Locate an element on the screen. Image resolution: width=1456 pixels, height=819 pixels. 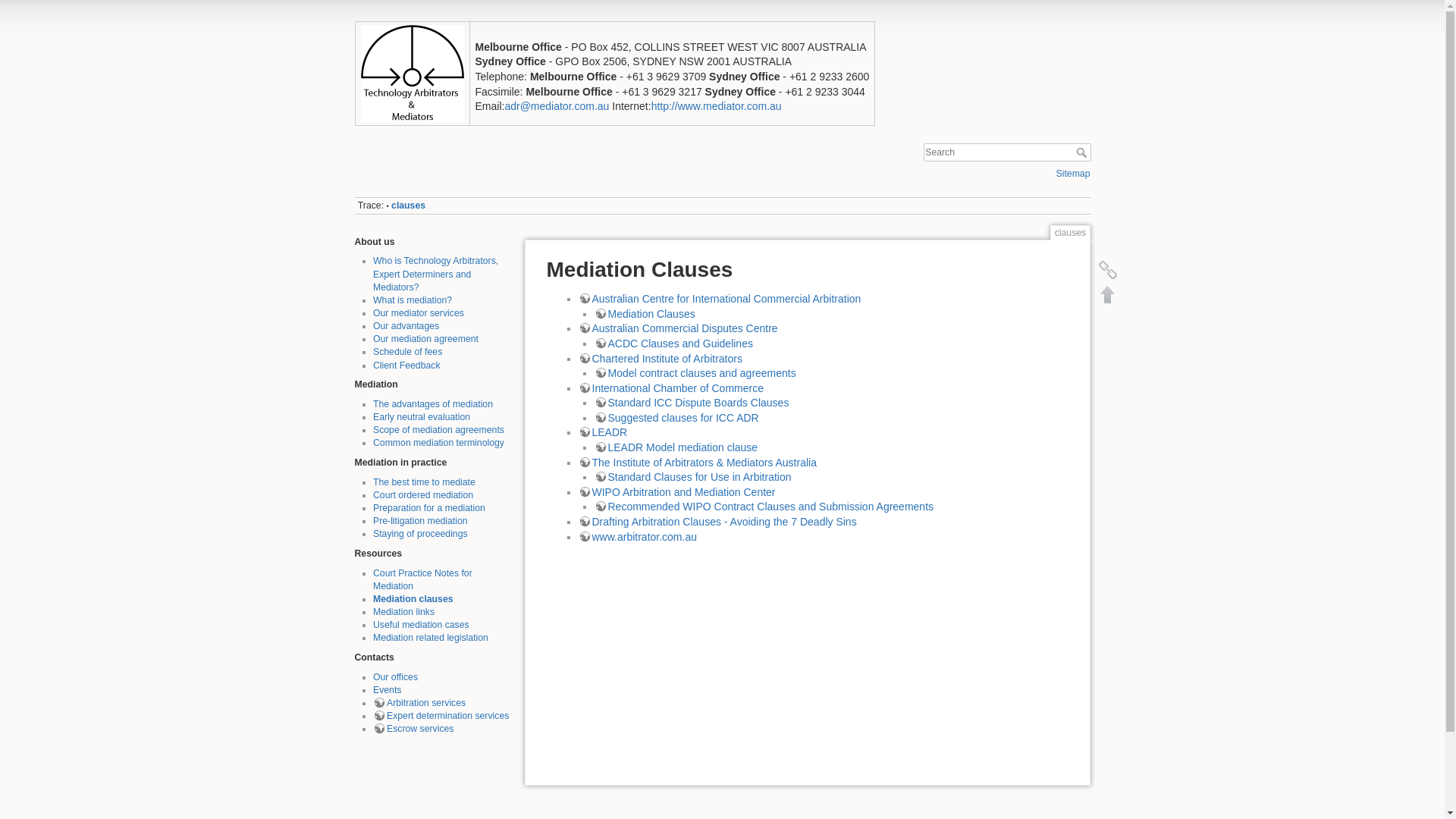
'LEADR Model mediation clause' is located at coordinates (676, 447).